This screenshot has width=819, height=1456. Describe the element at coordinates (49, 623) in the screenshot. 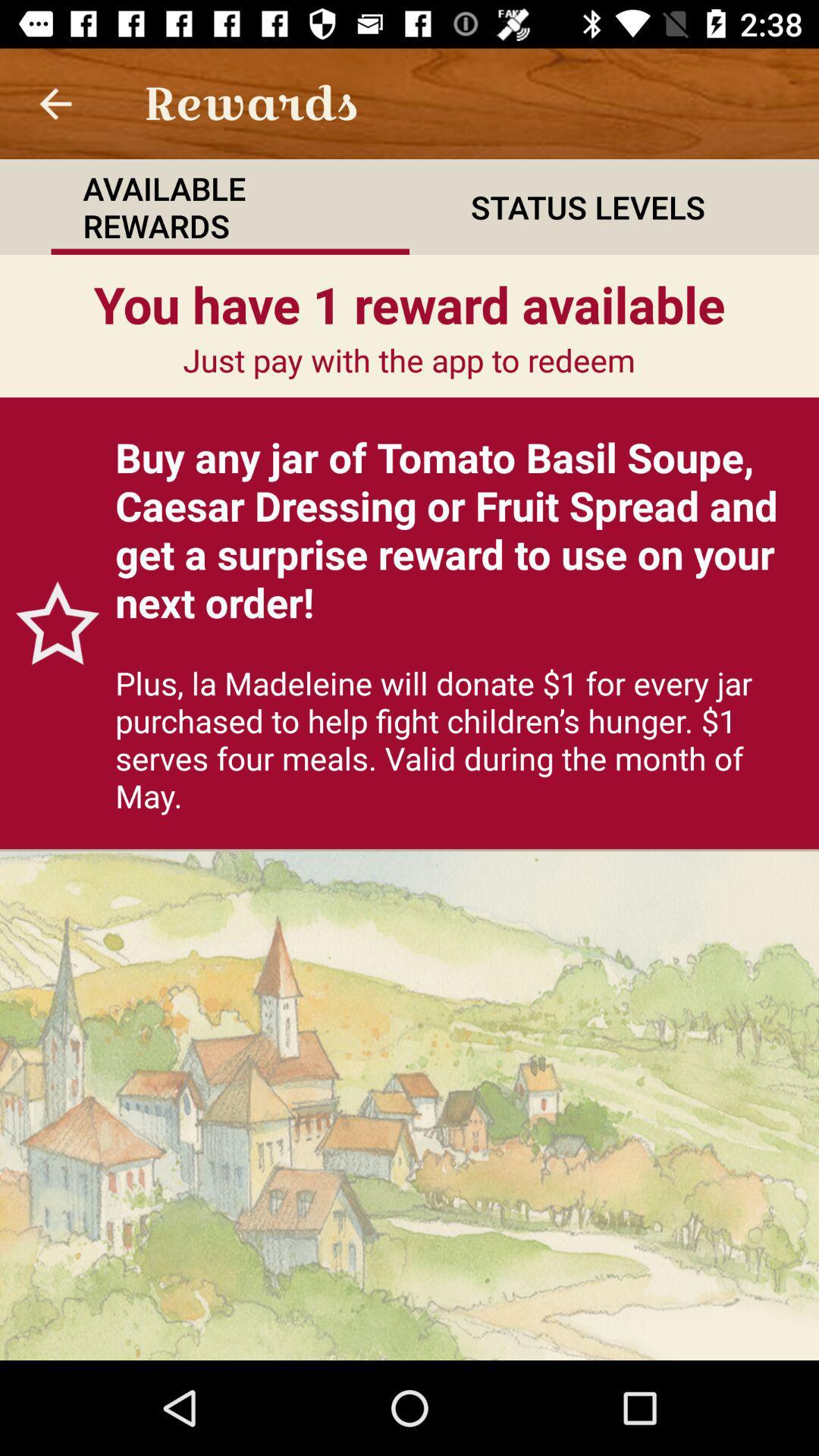

I see `icon below you have 1 item` at that location.